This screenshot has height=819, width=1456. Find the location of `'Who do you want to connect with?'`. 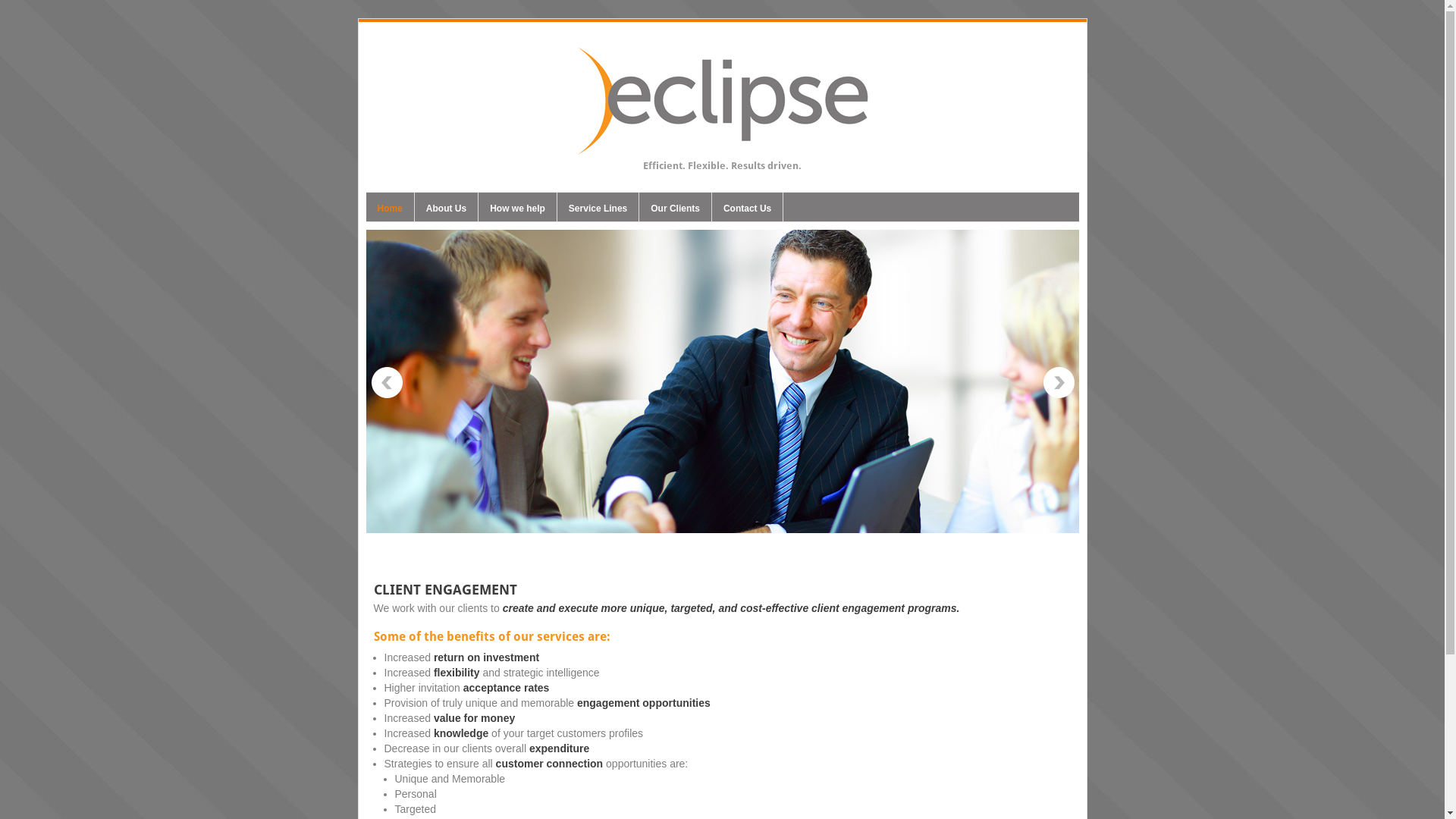

'Who do you want to connect with?' is located at coordinates (720, 380).